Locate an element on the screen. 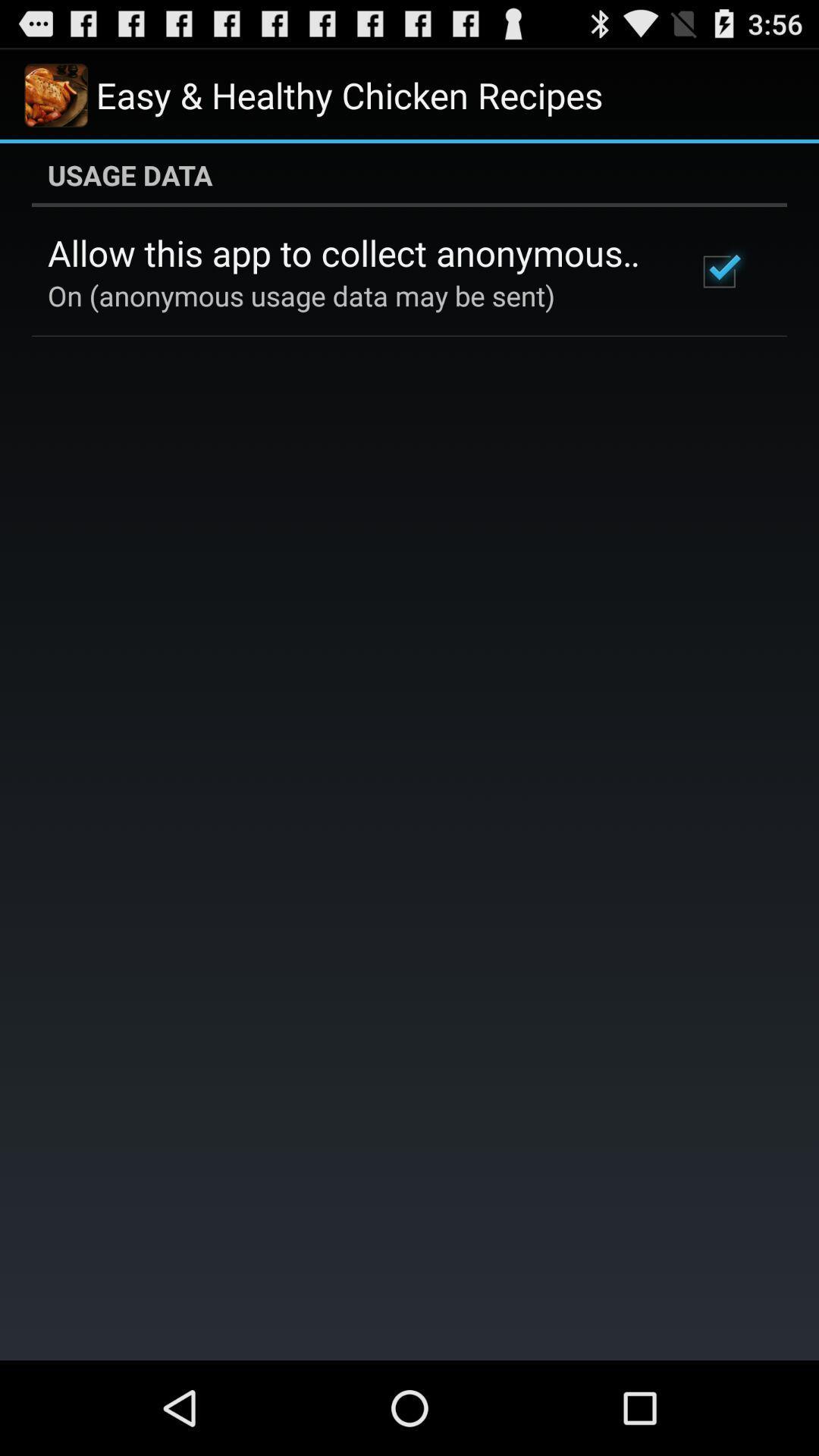  the app next to the allow this app is located at coordinates (718, 271).